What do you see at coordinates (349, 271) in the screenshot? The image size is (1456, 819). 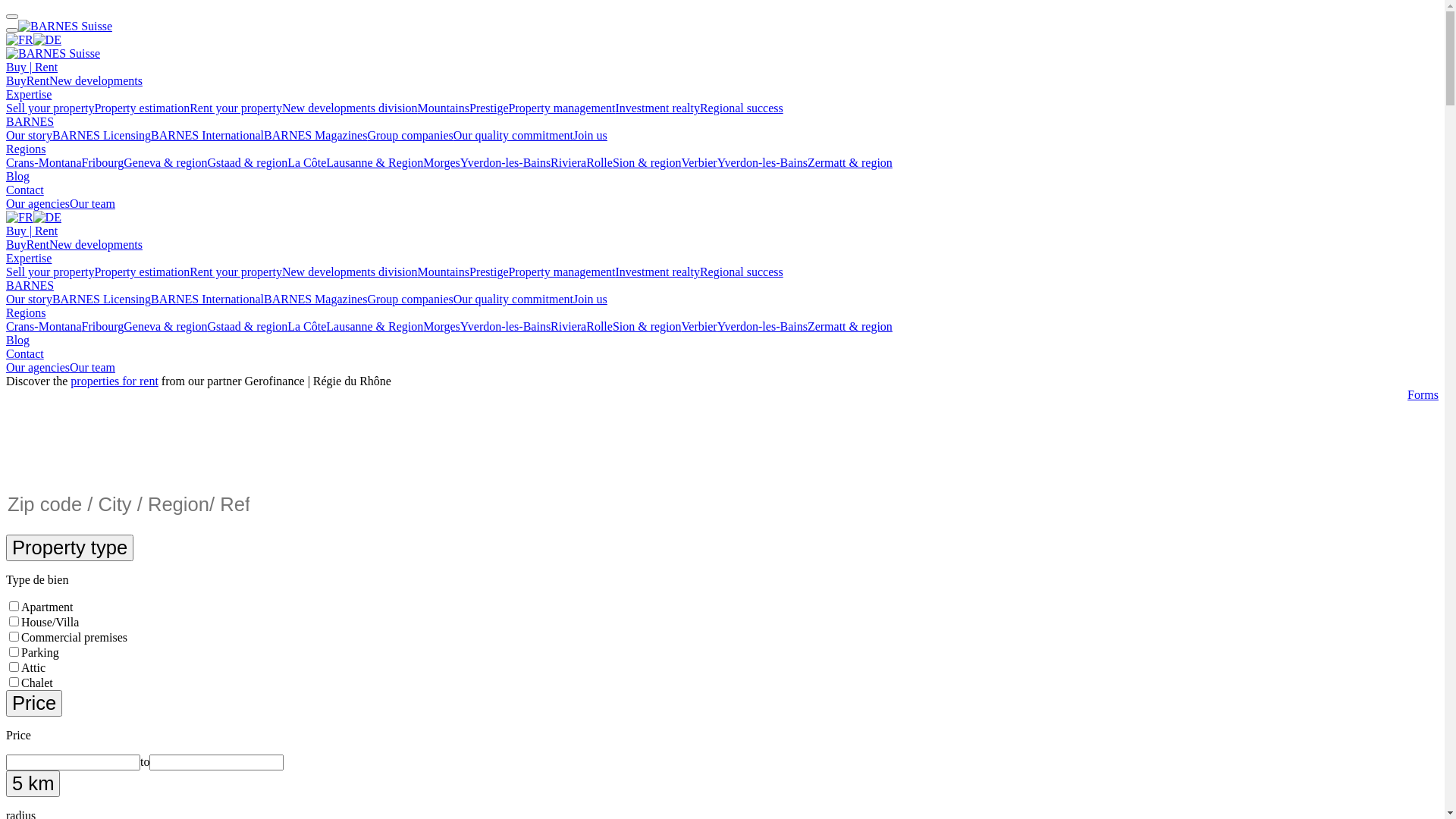 I see `'New developments division'` at bounding box center [349, 271].